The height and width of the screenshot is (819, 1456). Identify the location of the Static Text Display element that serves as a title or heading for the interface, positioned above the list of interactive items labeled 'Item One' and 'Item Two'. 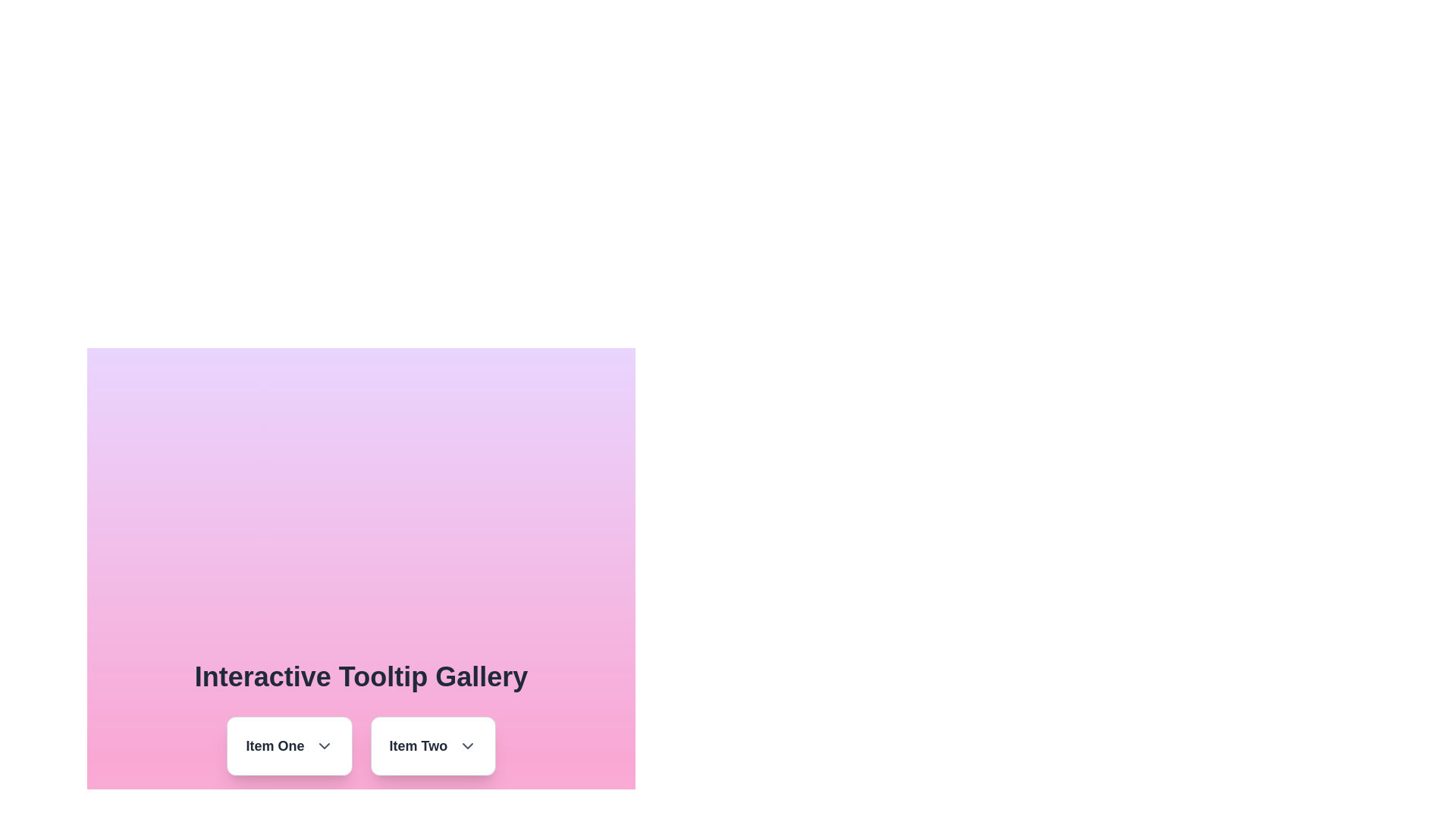
(360, 676).